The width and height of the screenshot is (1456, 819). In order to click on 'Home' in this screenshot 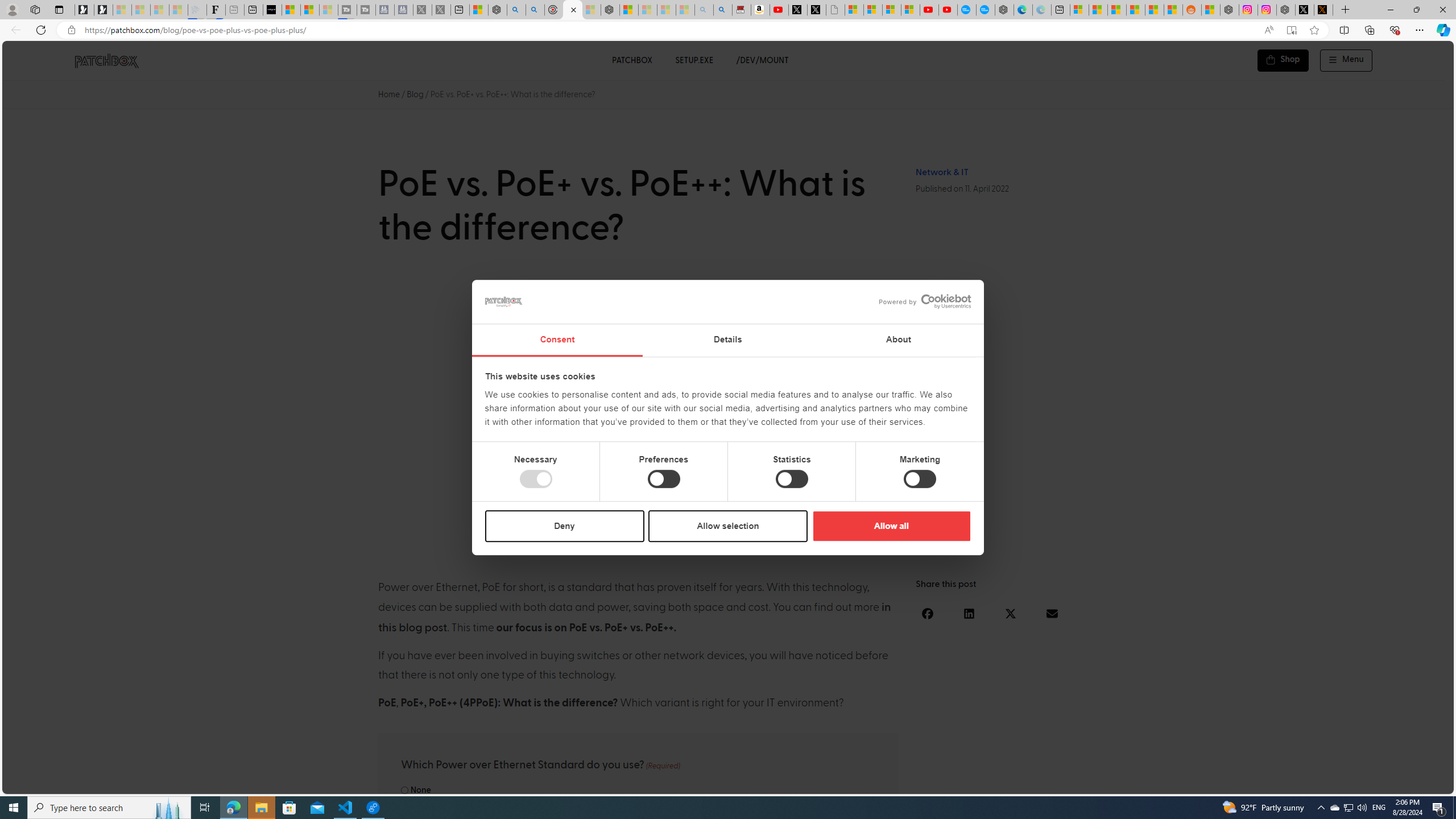, I will do `click(389, 94)`.